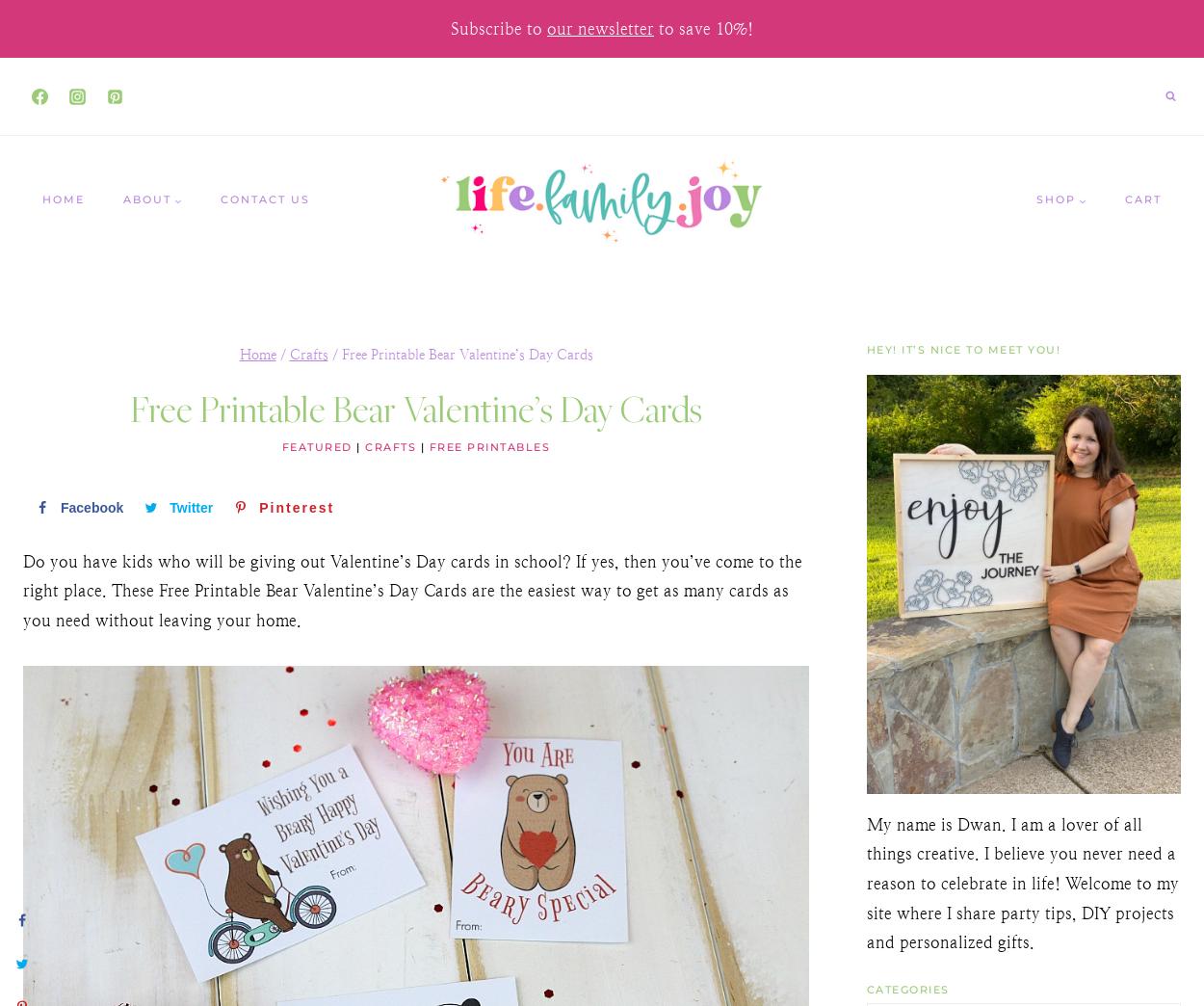 The image size is (1204, 1006). What do you see at coordinates (499, 27) in the screenshot?
I see `'Subscribe to'` at bounding box center [499, 27].